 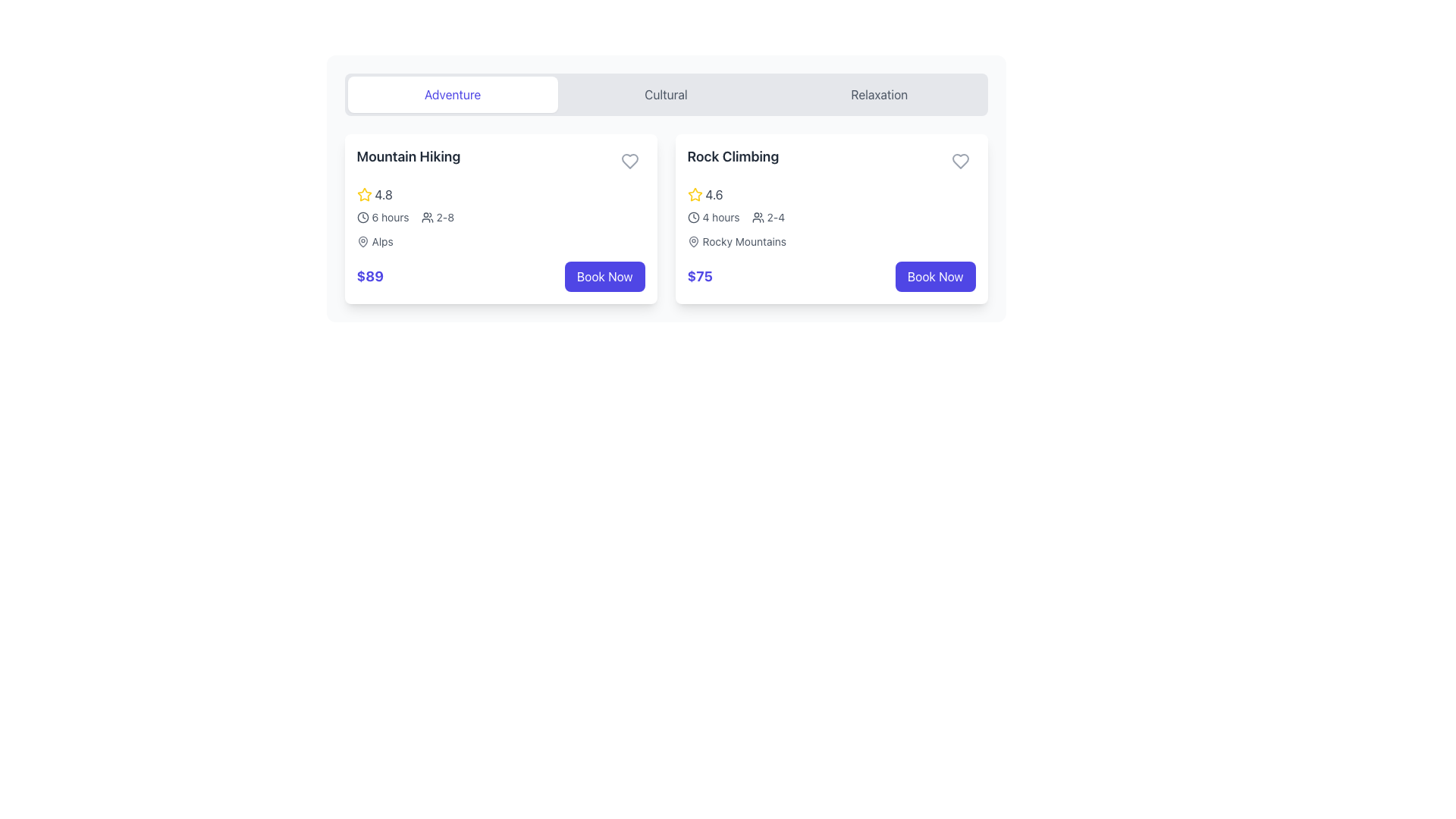 I want to click on the 'Cultural' button, which is the medium-sized rectangular button with gray text and rounded corners, located between the 'Adventure' and 'Relaxation' buttons, so click(x=666, y=94).